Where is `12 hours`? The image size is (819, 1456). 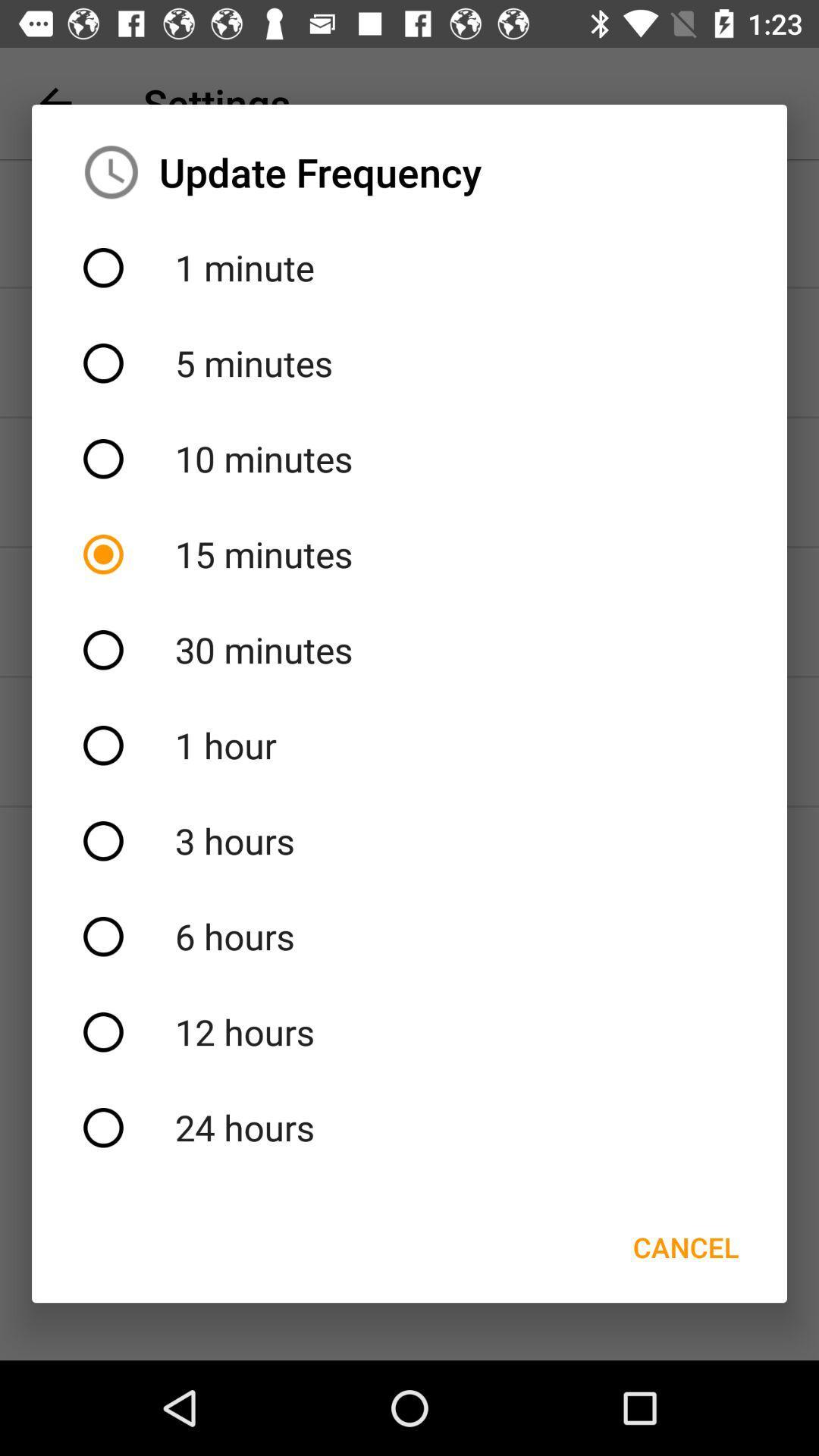 12 hours is located at coordinates (409, 1031).